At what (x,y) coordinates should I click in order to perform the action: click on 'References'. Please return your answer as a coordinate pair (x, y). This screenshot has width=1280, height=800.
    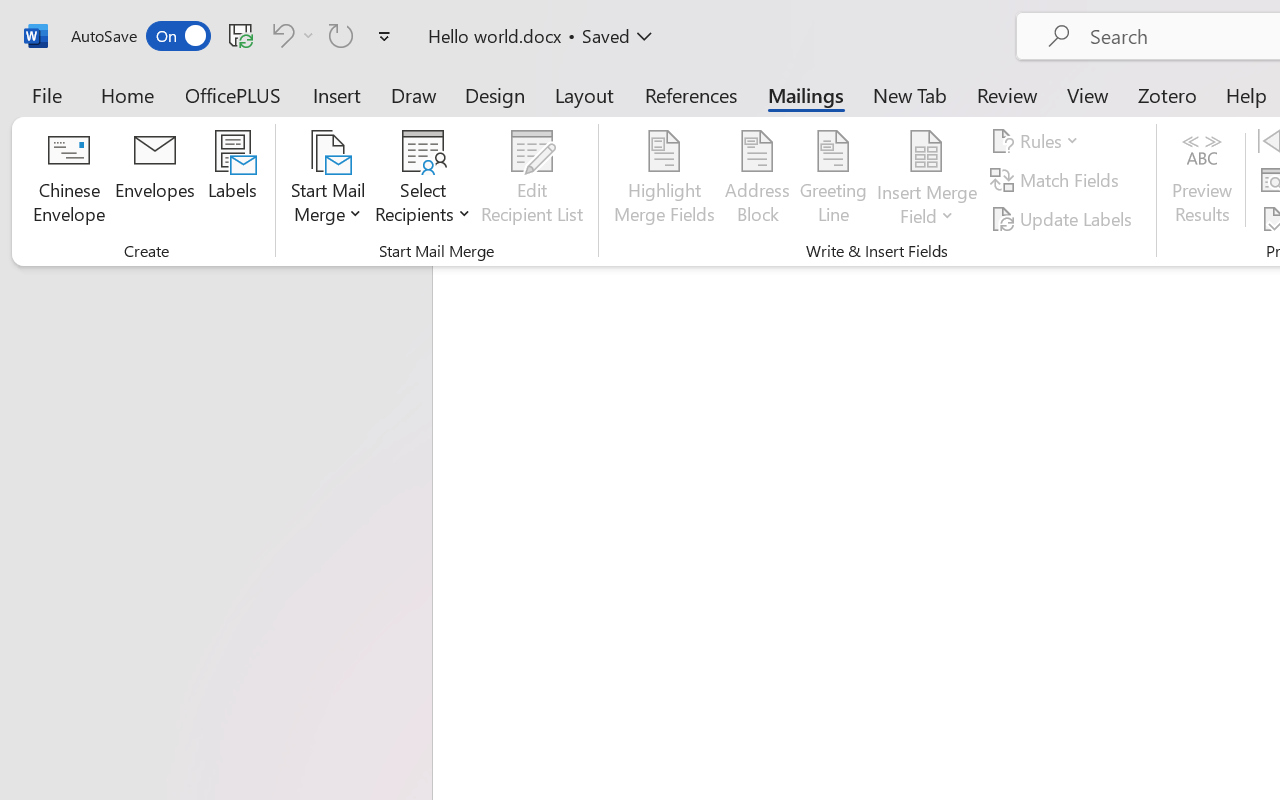
    Looking at the image, I should click on (691, 94).